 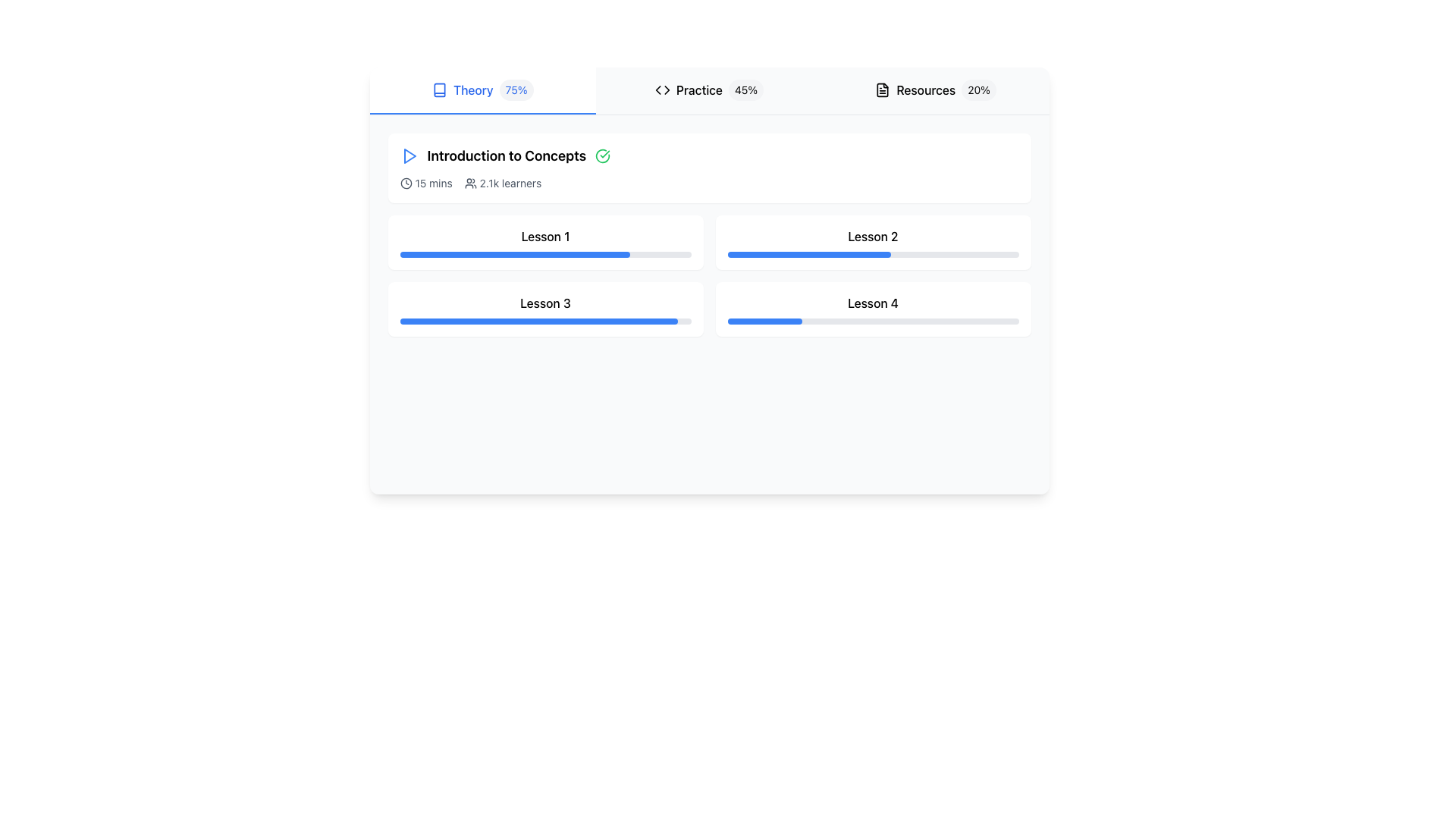 What do you see at coordinates (538, 321) in the screenshot?
I see `the blue progress bar located in the lower part of the cell labeled 'Lesson 3', which is filled to approximately 95% of its total width, to visually assess the progress` at bounding box center [538, 321].